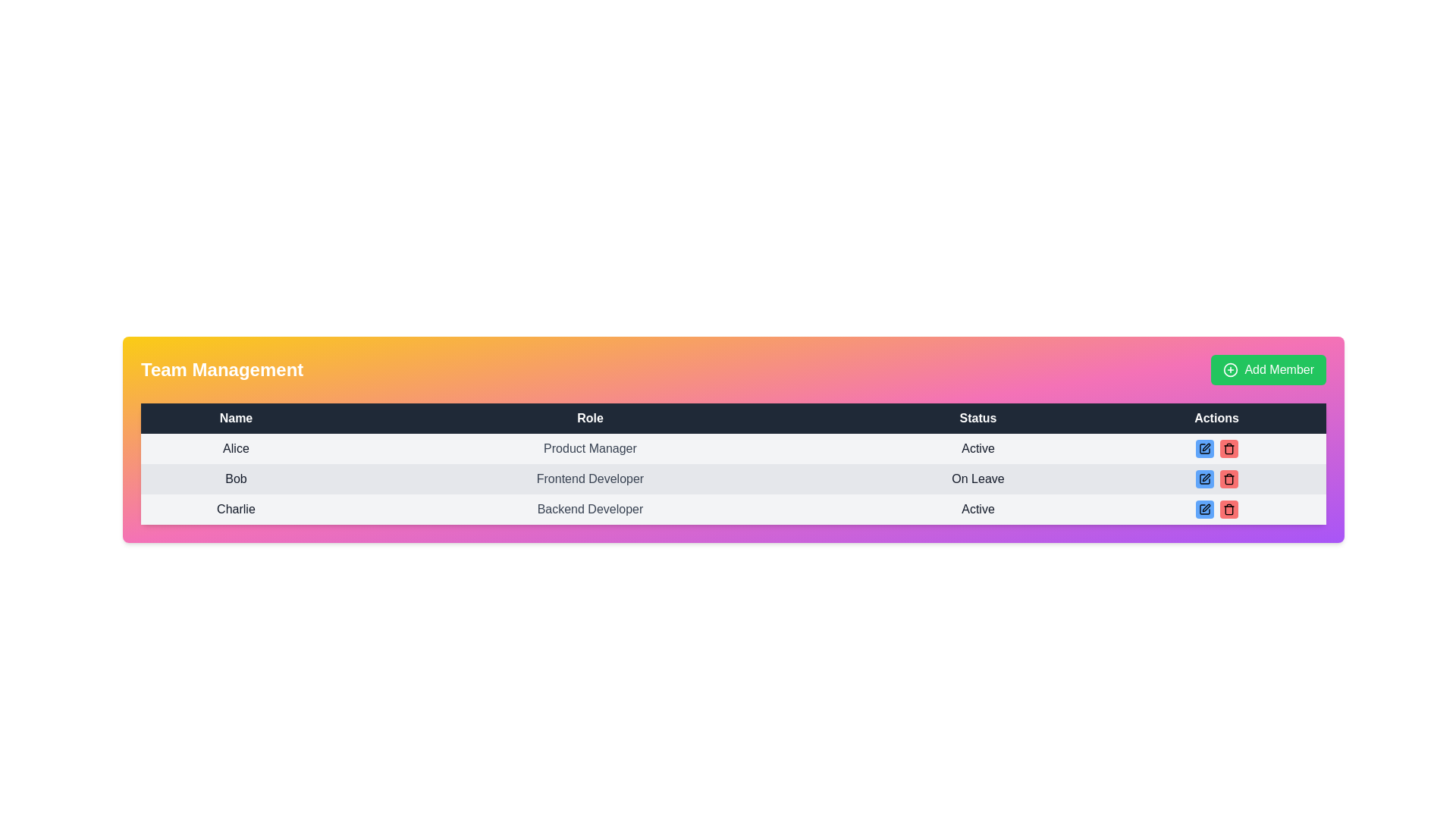 The height and width of the screenshot is (819, 1456). What do you see at coordinates (1228, 479) in the screenshot?
I see `the delete button in the Actions column of the second row of the table` at bounding box center [1228, 479].